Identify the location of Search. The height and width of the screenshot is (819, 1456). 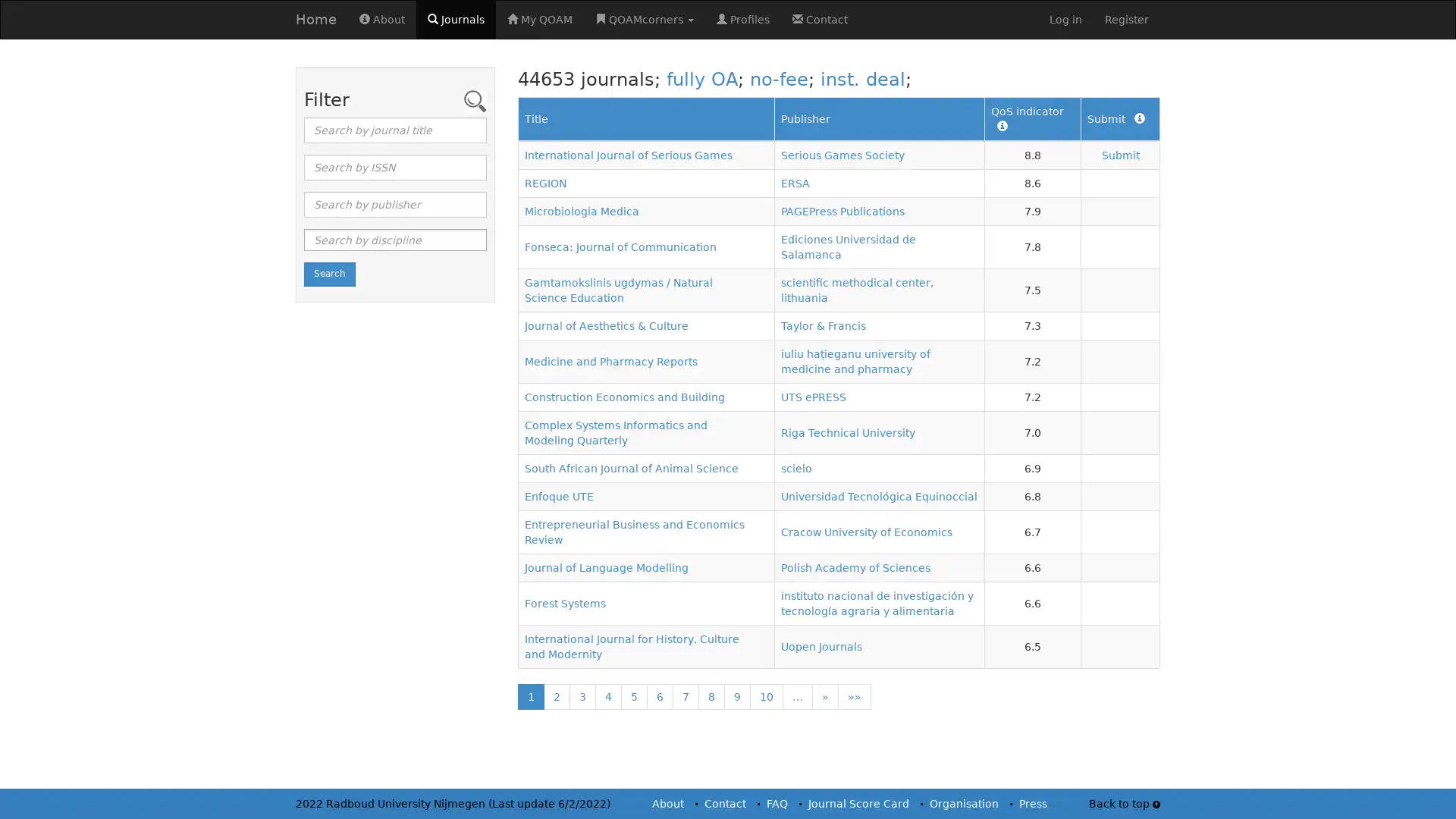
(329, 274).